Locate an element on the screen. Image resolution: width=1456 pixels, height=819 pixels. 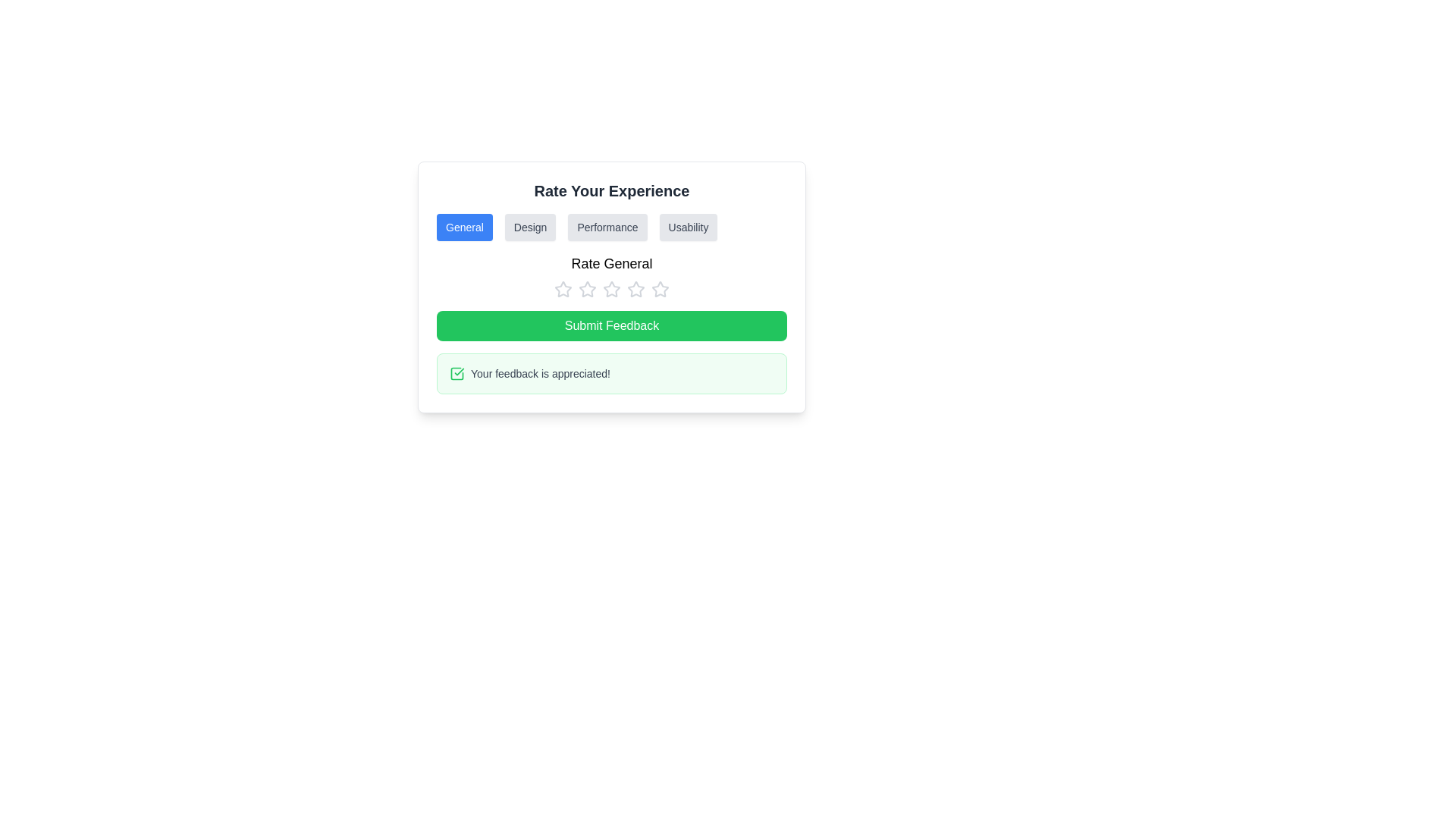
the third star icon in the rating sequence is located at coordinates (636, 289).